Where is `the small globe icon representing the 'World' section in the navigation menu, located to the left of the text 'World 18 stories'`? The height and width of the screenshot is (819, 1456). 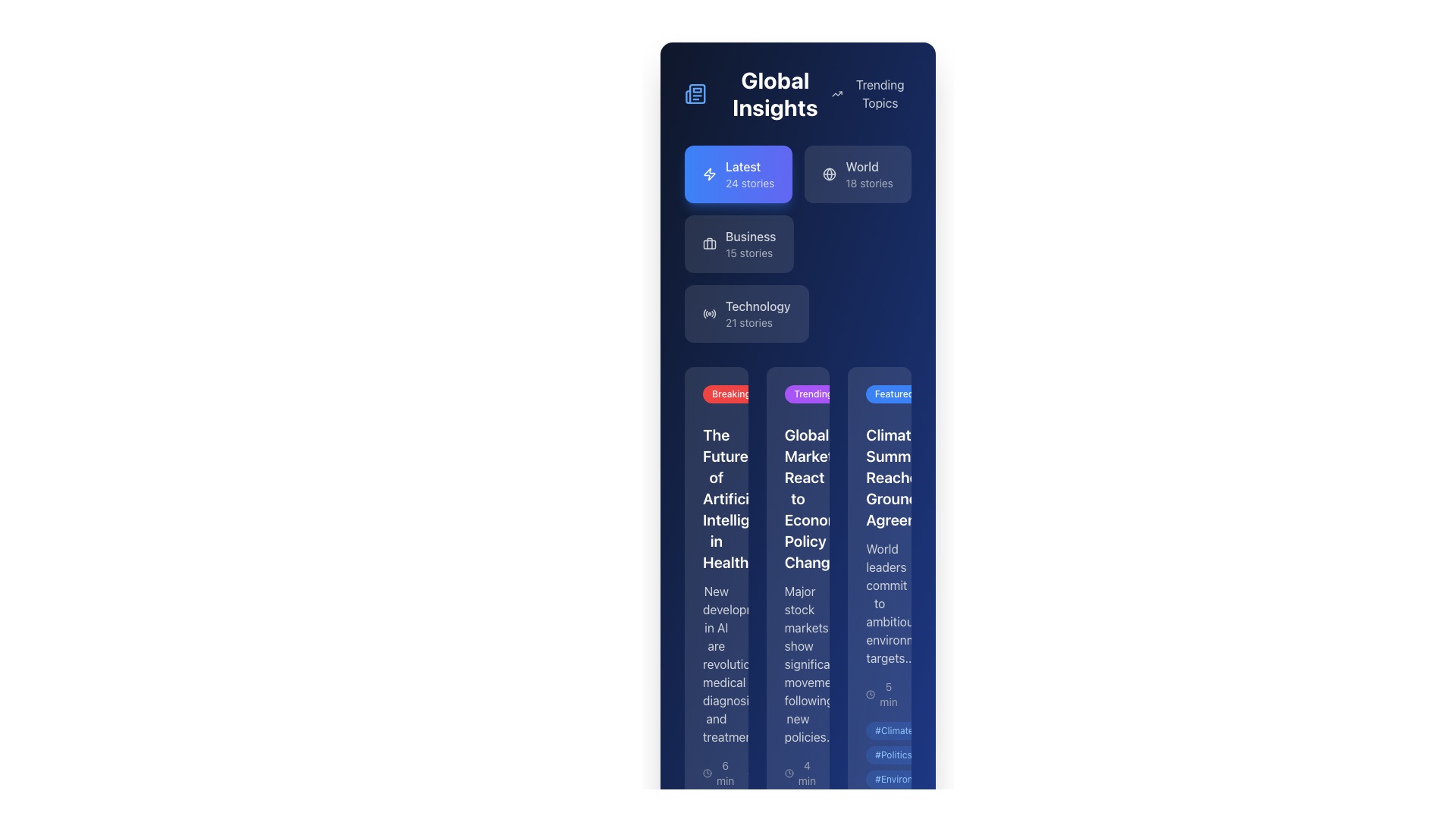
the small globe icon representing the 'World' section in the navigation menu, located to the left of the text 'World 18 stories' is located at coordinates (829, 174).